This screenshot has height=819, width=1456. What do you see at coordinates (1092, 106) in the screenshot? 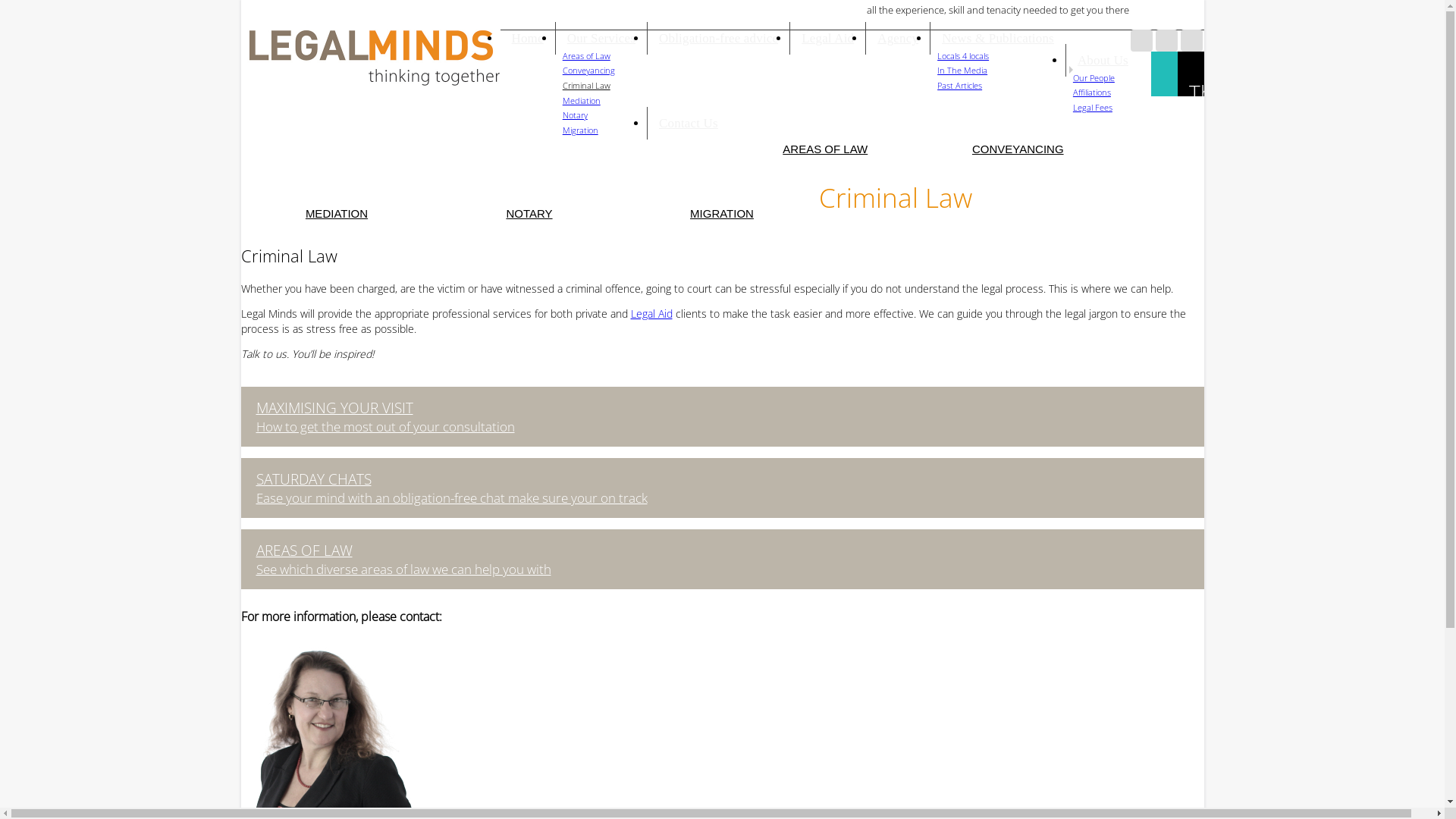
I see `'Legal Fees'` at bounding box center [1092, 106].